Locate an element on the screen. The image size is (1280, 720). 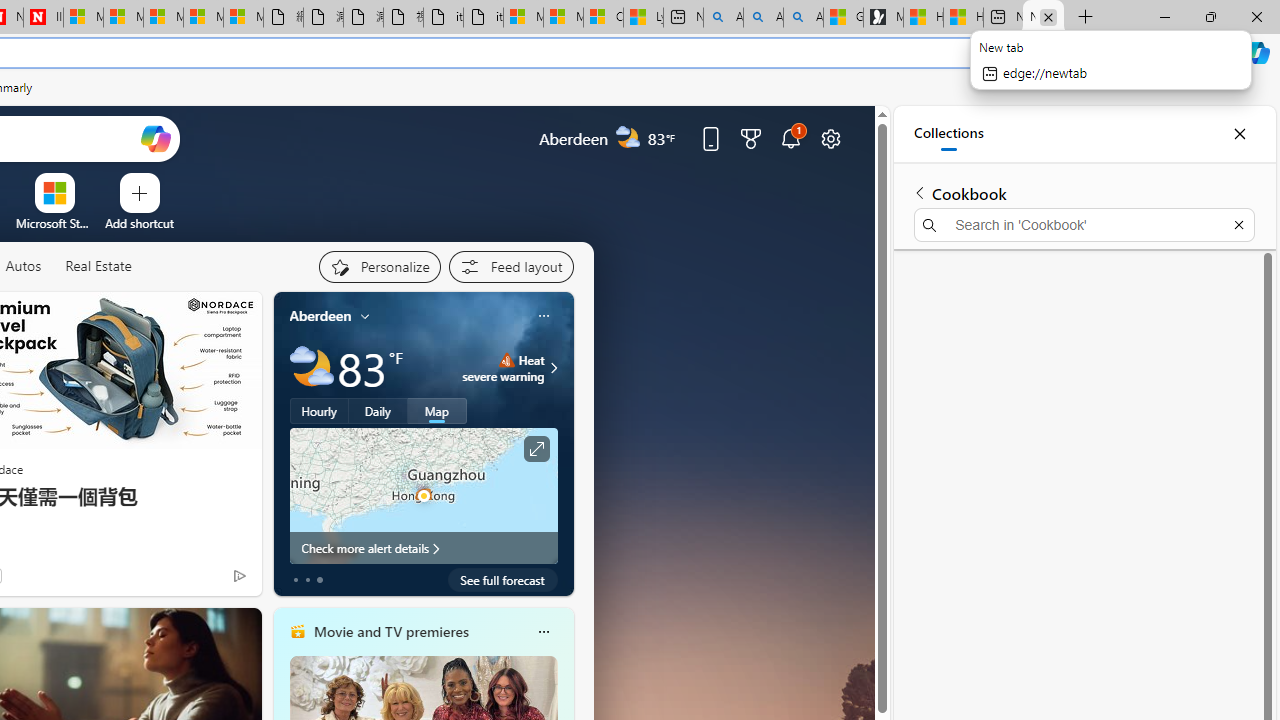
'Partly cloudy' is located at coordinates (310, 368).